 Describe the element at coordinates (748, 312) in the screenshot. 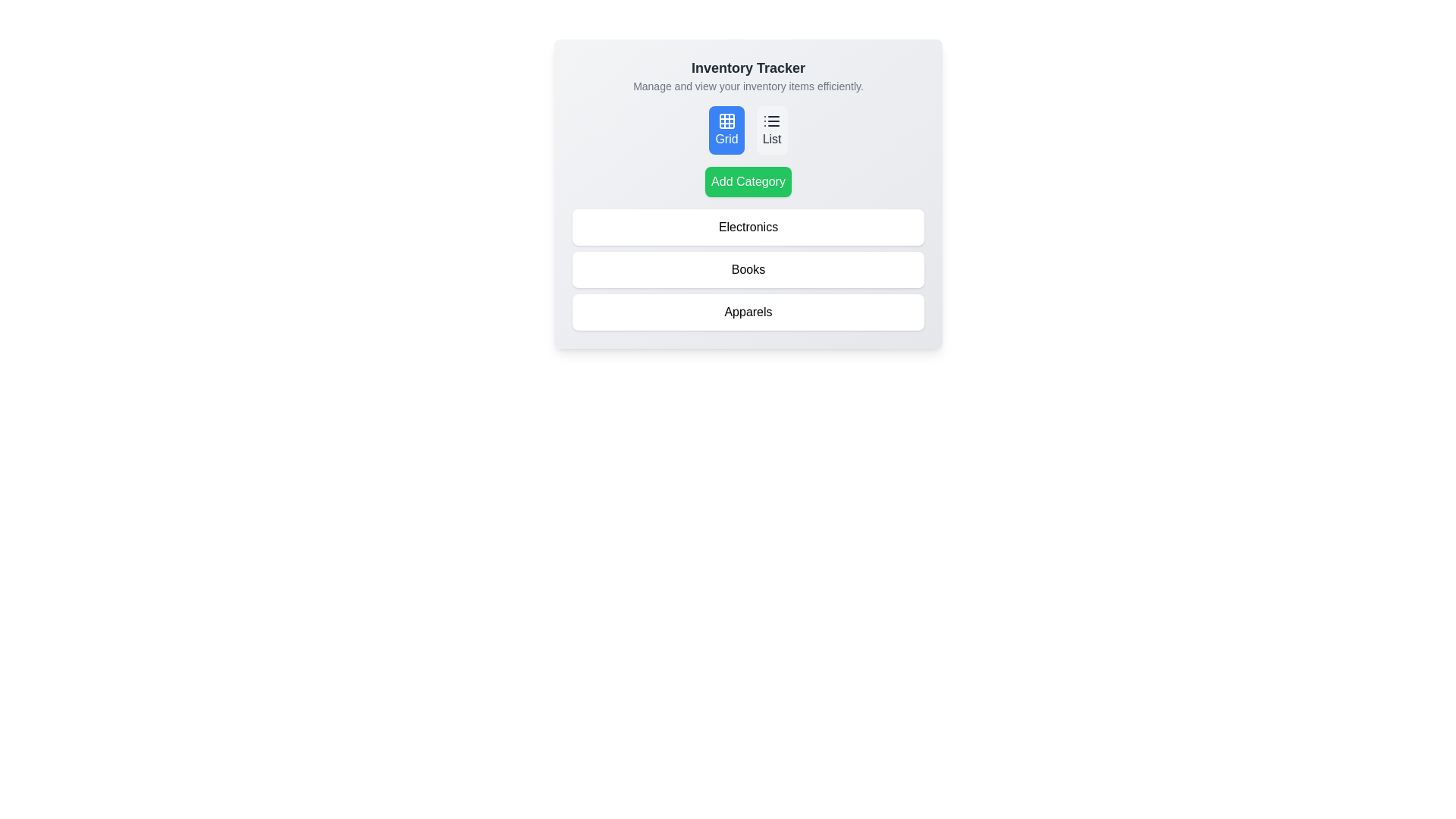

I see `the 'Apparels' label, which indicates a category section in the application interface and is the third item in a vertical stack of similar elements` at that location.